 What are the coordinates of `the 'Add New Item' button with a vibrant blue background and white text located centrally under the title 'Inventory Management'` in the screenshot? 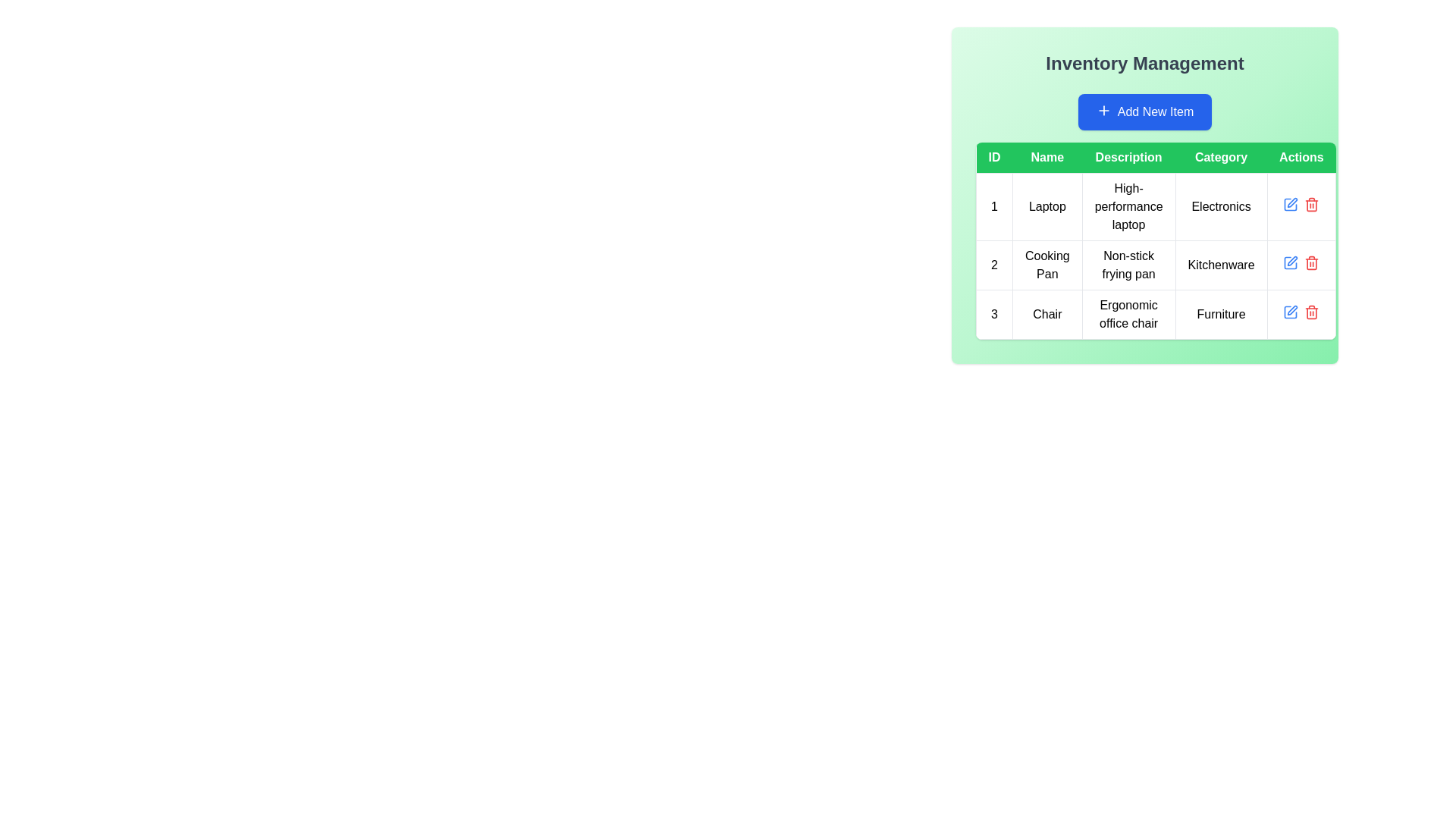 It's located at (1145, 111).